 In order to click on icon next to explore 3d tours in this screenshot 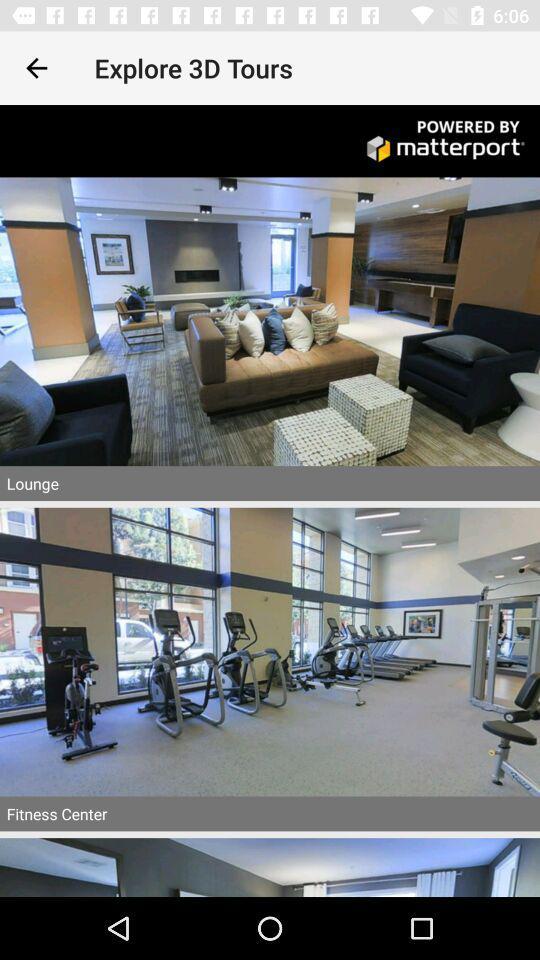, I will do `click(36, 68)`.